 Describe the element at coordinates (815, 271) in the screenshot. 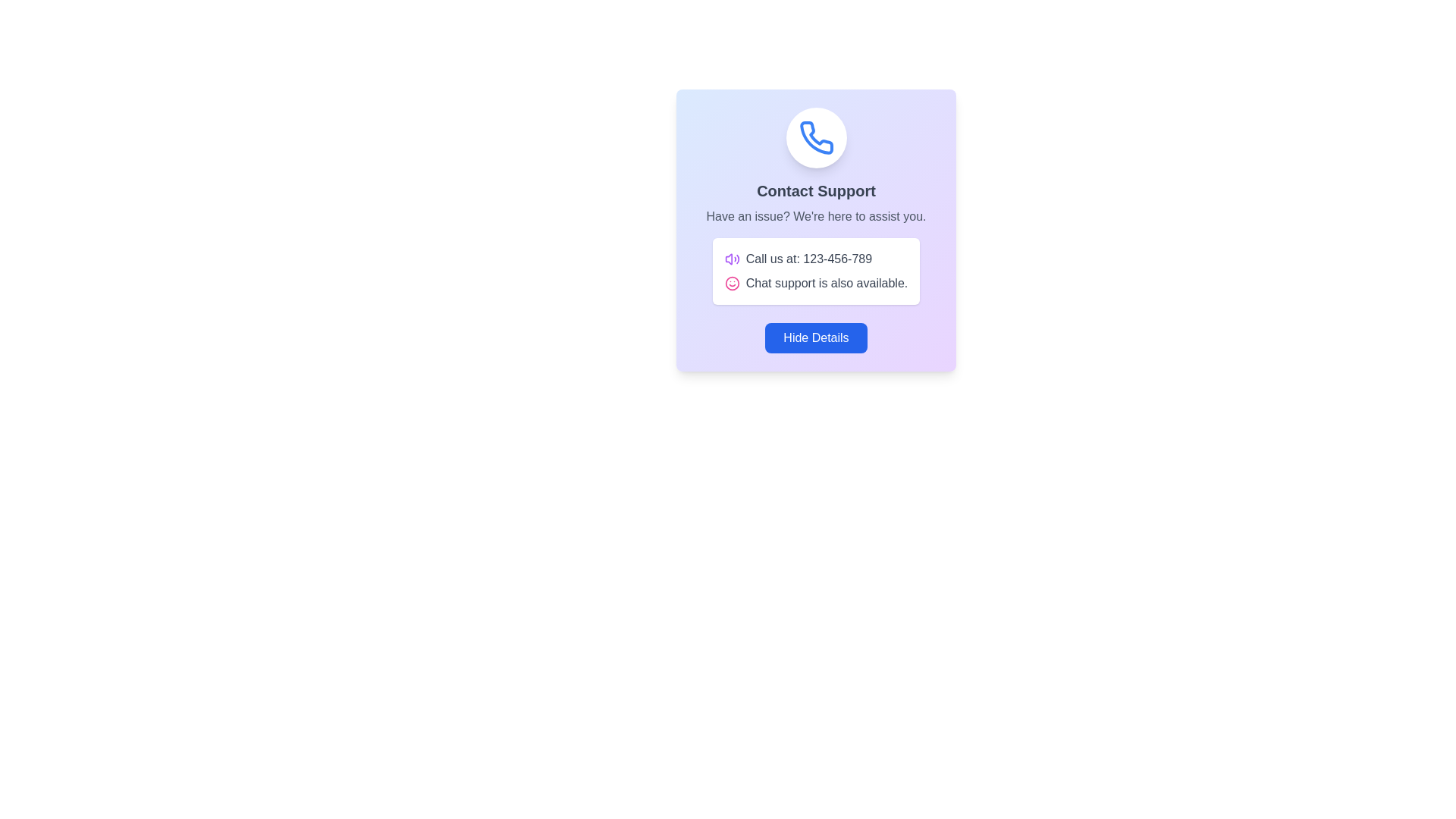

I see `the text block with icons that conveys contact options for support services, located below the subtitle 'Have an issue? We're here to assist you.' and above the action button` at that location.